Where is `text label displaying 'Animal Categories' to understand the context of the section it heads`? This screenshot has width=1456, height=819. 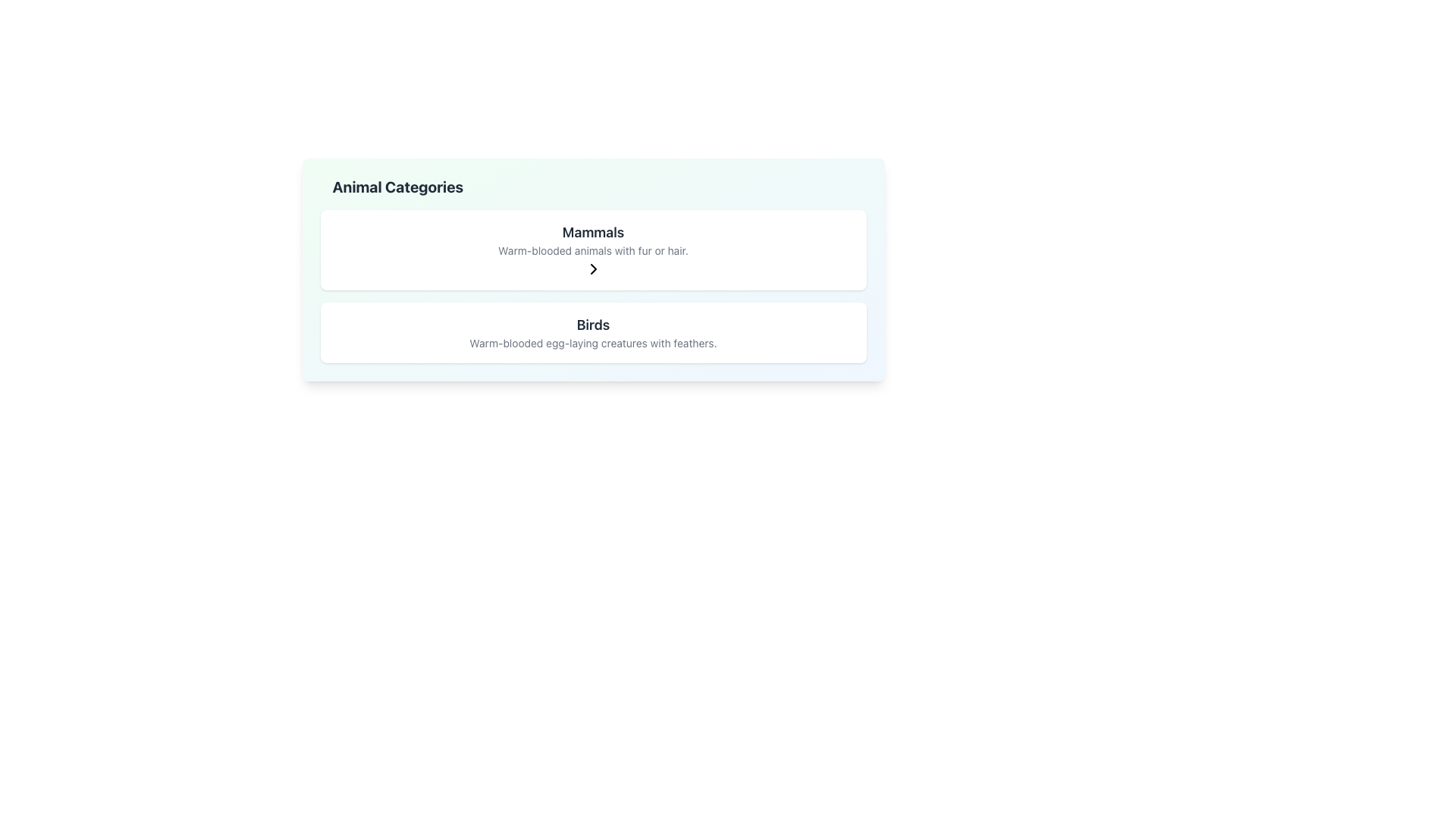
text label displaying 'Animal Categories' to understand the context of the section it heads is located at coordinates (397, 186).